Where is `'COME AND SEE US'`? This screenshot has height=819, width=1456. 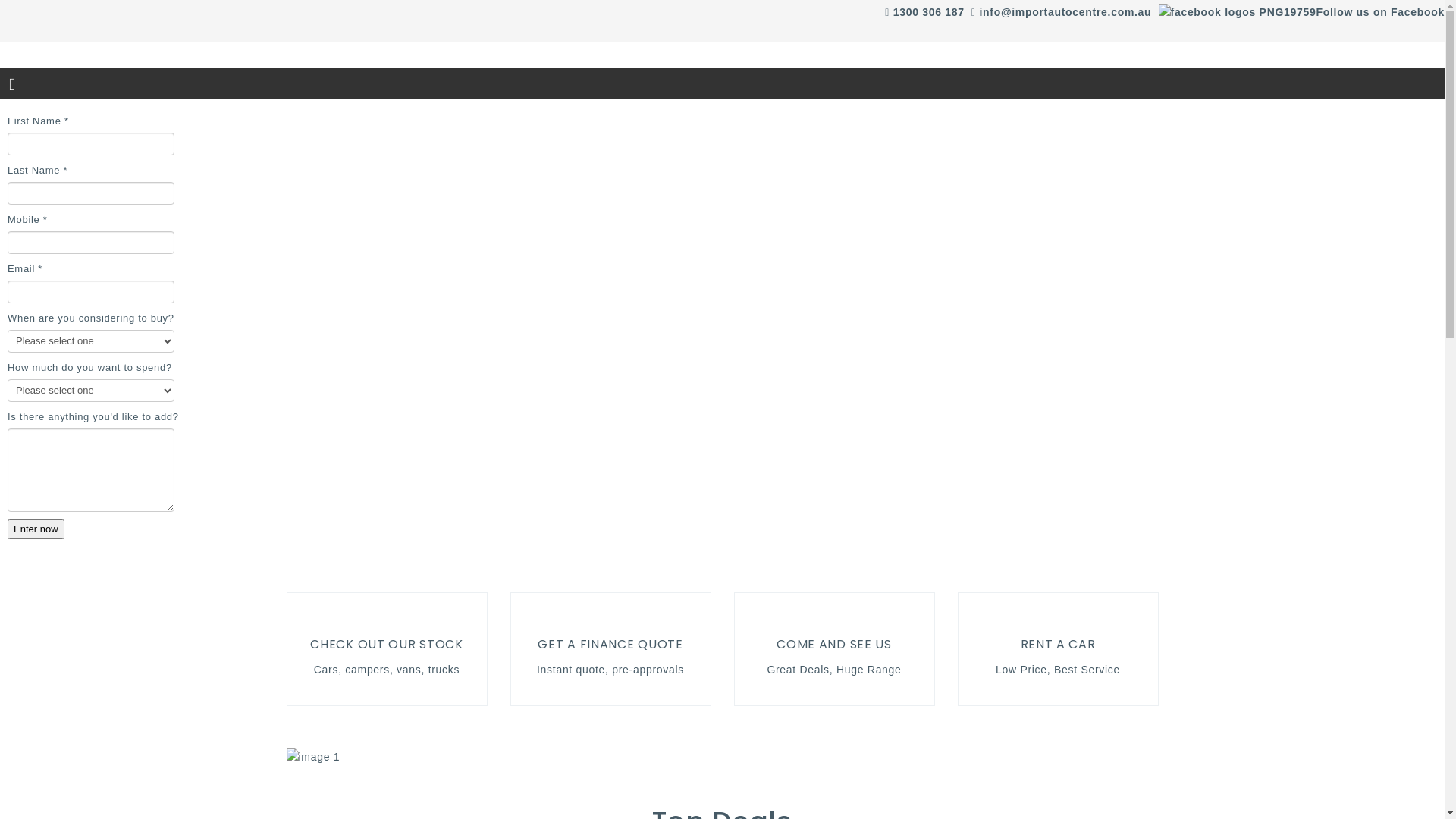 'COME AND SEE US' is located at coordinates (776, 644).